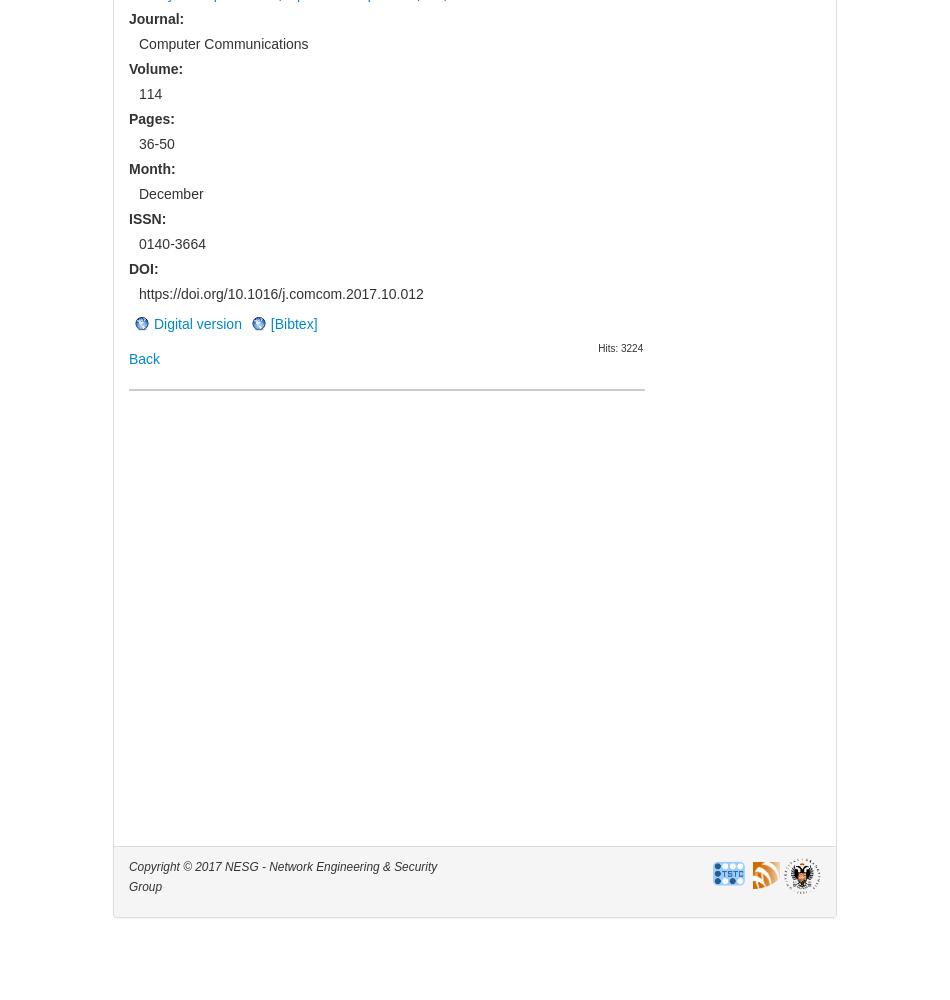 The image size is (950, 1000). Describe the element at coordinates (138, 293) in the screenshot. I see `'https://doi.org/10.1016/j.comcom.2017.10.012'` at that location.